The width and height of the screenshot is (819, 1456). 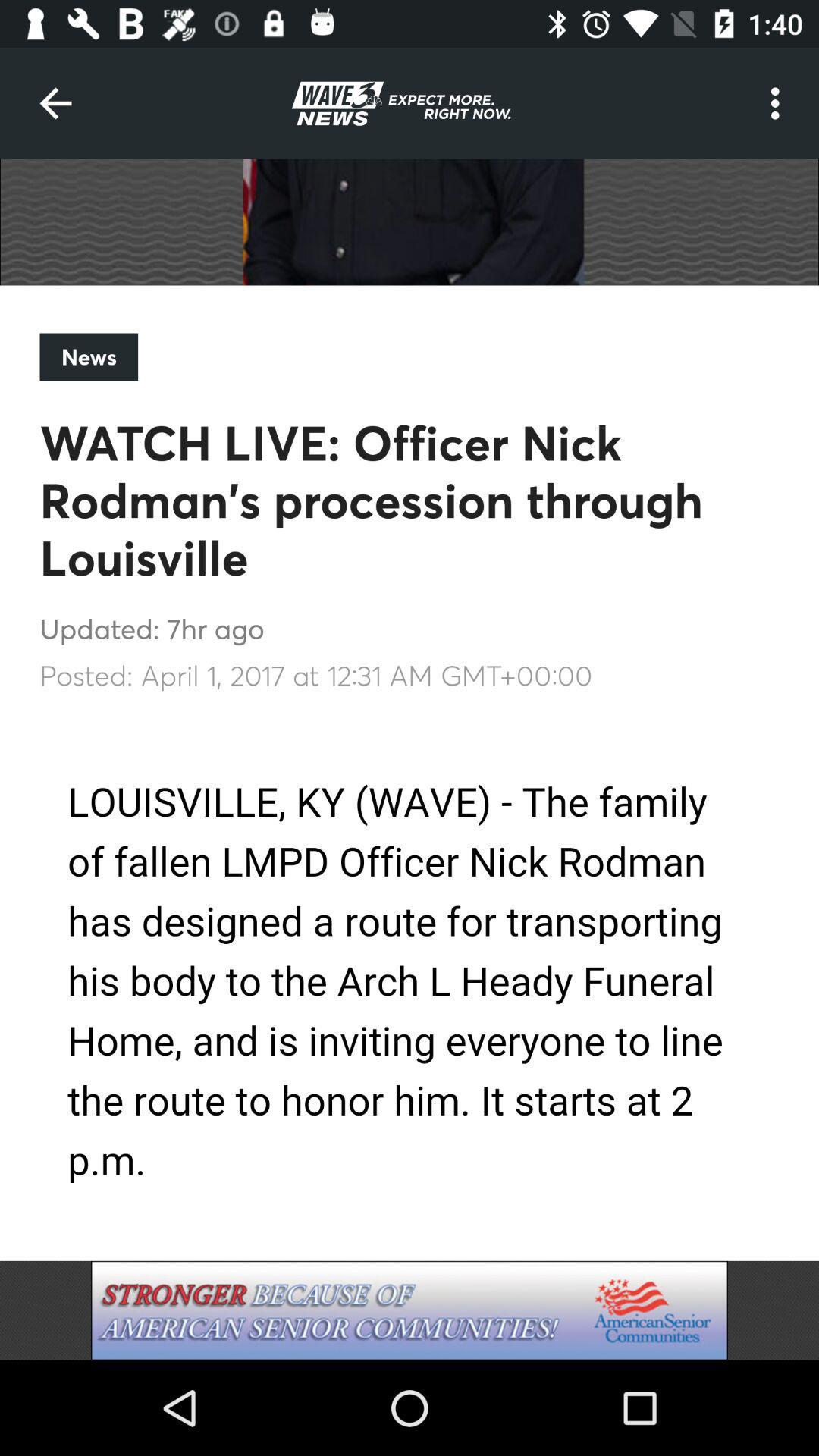 What do you see at coordinates (409, 1310) in the screenshot?
I see `view advertisement` at bounding box center [409, 1310].